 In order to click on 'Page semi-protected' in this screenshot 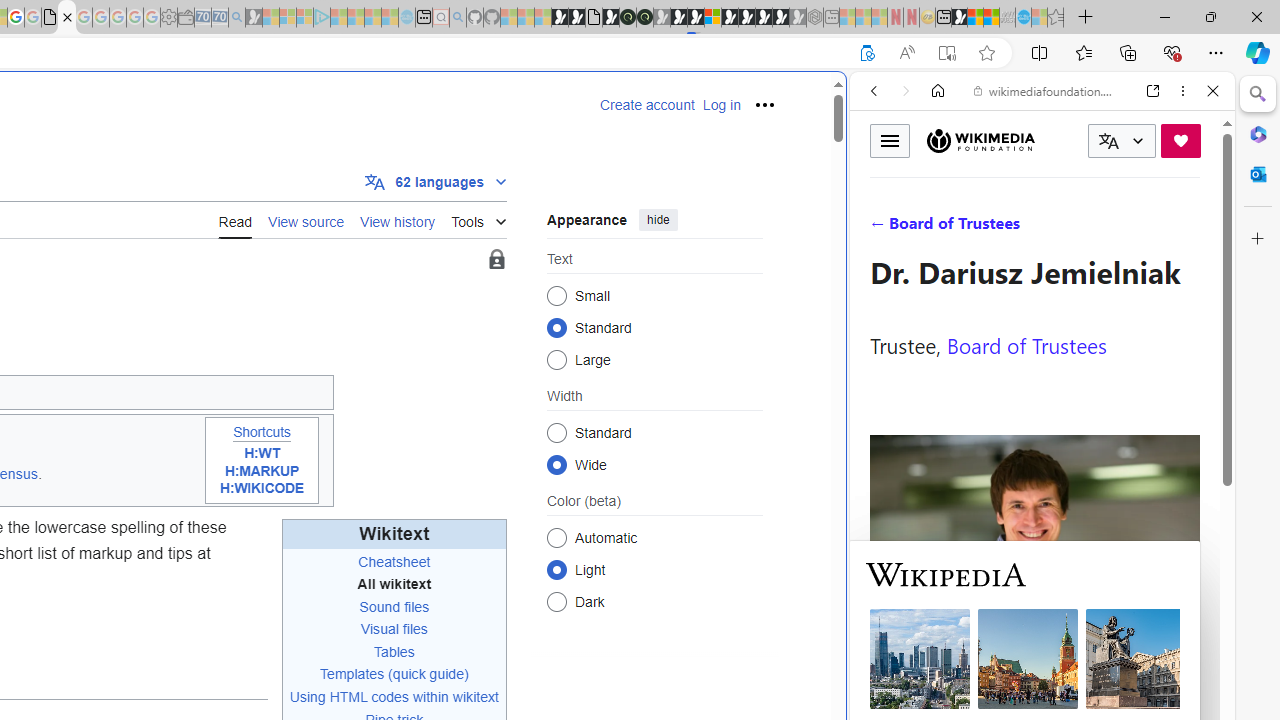, I will do `click(496, 258)`.